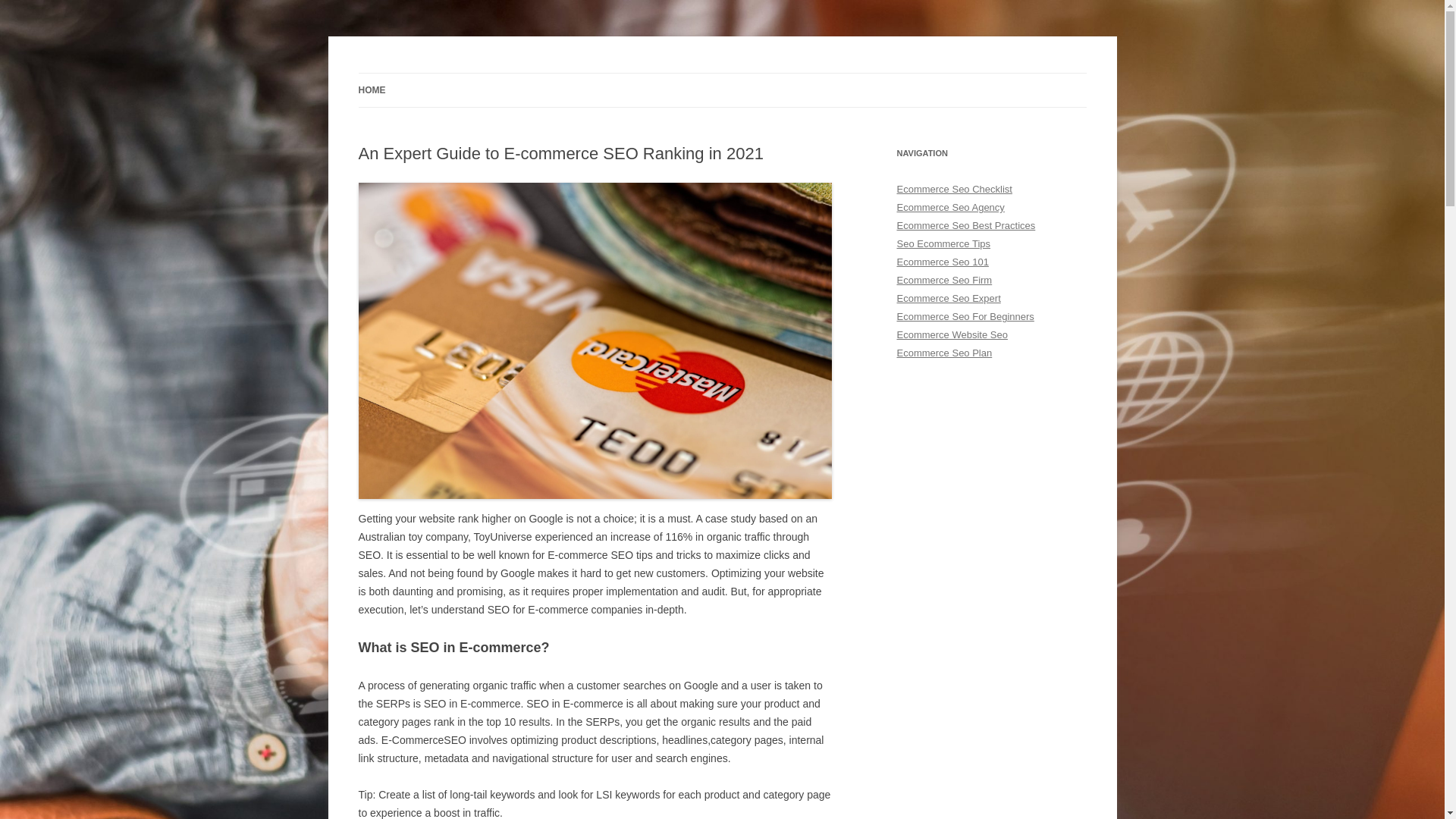 The image size is (1456, 819). I want to click on 'Ecommerce Seo Expert', so click(947, 298).